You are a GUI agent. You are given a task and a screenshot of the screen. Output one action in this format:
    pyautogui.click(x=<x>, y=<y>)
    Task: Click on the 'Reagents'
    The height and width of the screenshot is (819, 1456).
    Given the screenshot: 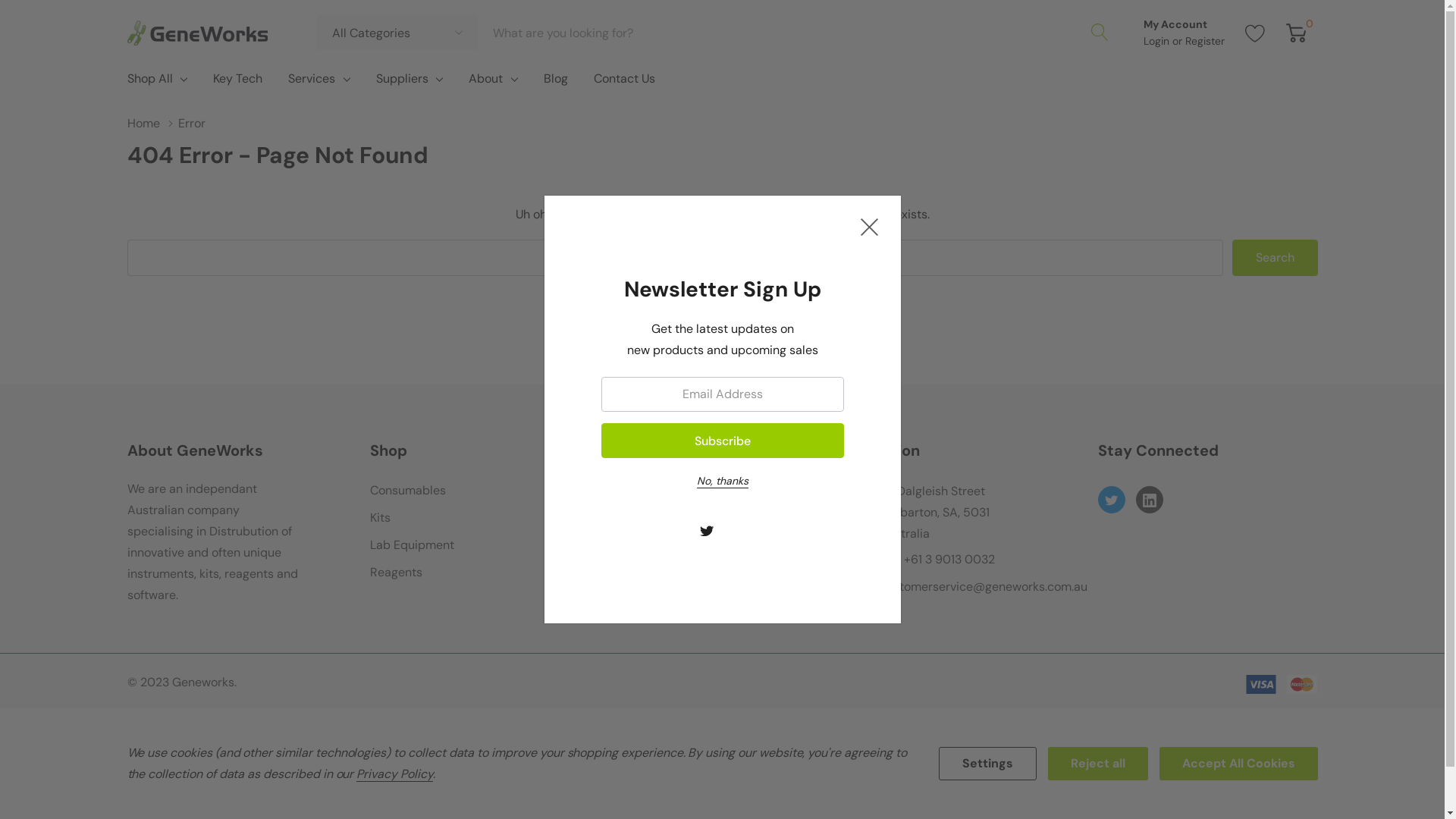 What is the action you would take?
    pyautogui.click(x=396, y=573)
    